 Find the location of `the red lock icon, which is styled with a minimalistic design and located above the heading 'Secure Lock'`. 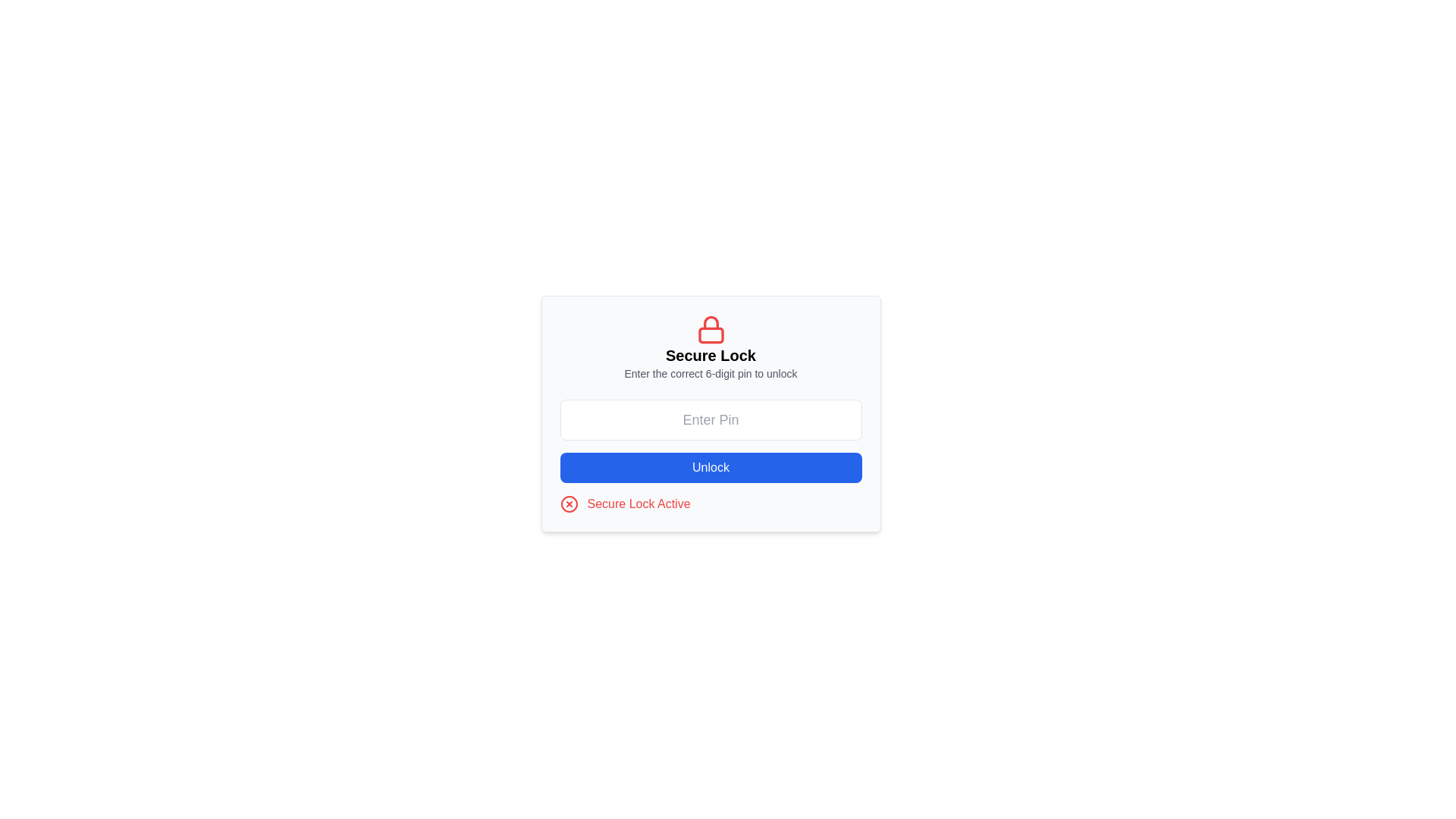

the red lock icon, which is styled with a minimalistic design and located above the heading 'Secure Lock' is located at coordinates (710, 329).